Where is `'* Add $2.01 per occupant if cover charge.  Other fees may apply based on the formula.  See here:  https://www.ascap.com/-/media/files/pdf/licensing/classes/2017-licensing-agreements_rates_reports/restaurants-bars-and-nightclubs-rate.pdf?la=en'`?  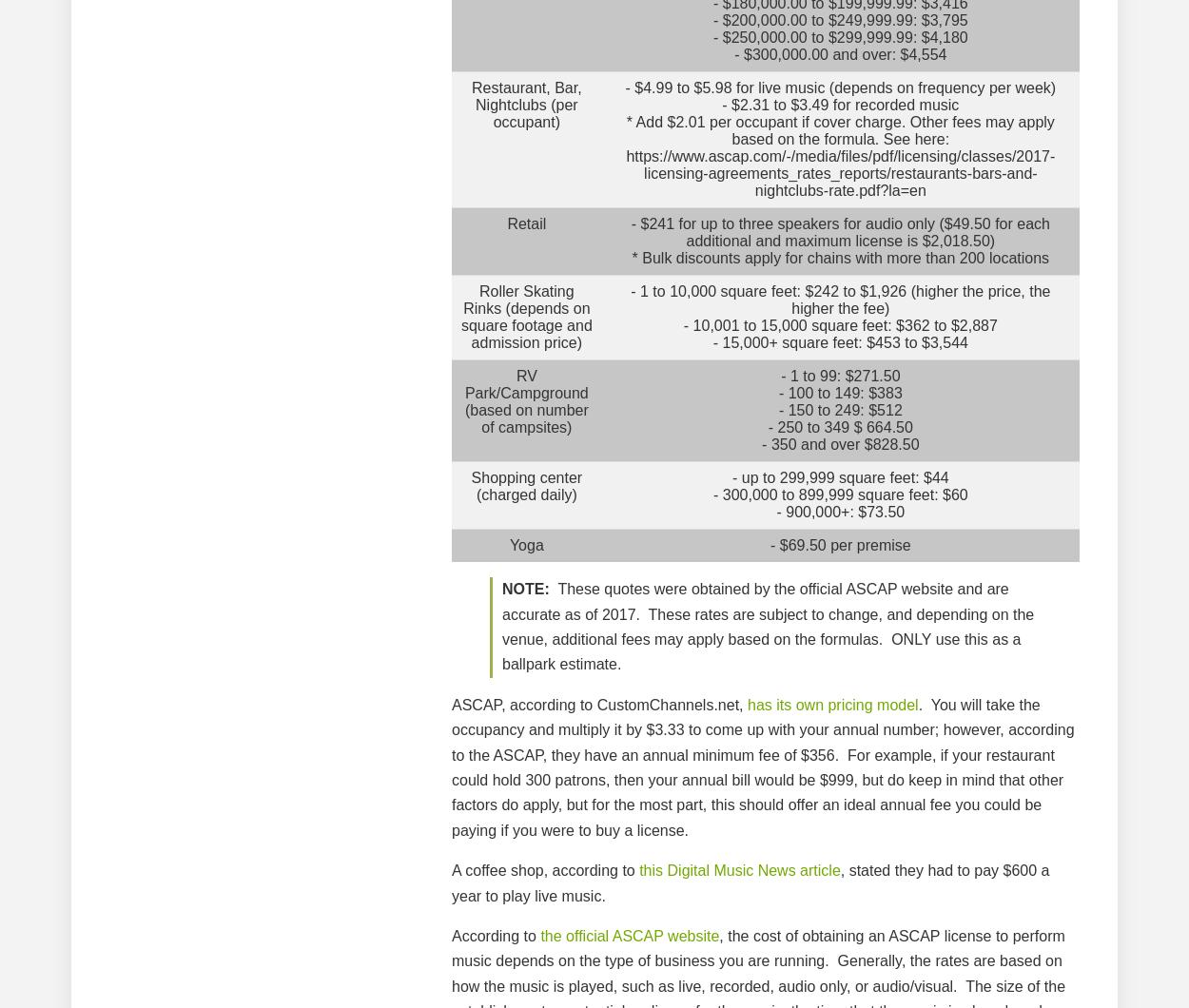
'* Add $2.01 per occupant if cover charge.  Other fees may apply based on the formula.  See here:  https://www.ascap.com/-/media/files/pdf/licensing/classes/2017-licensing-agreements_rates_reports/restaurants-bars-and-nightclubs-rate.pdf?la=en' is located at coordinates (840, 155).